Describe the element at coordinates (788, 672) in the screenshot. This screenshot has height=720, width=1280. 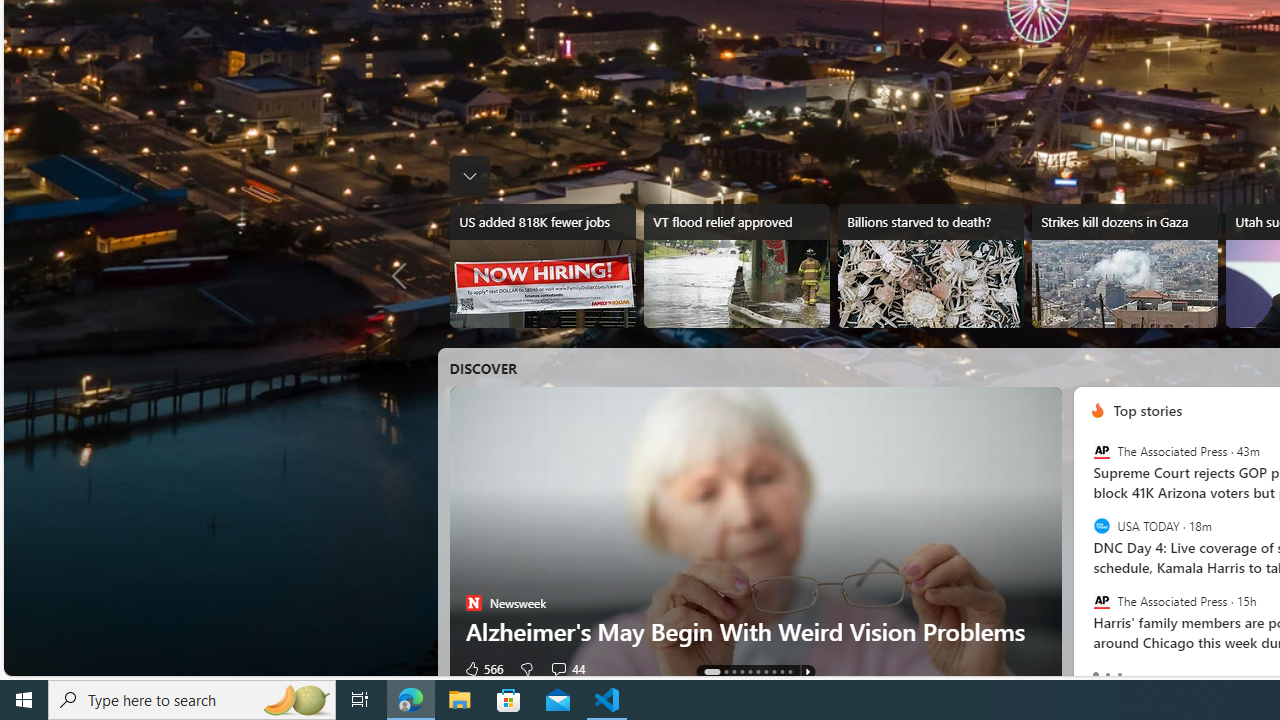
I see `'AutomationID: tab-9'` at that location.